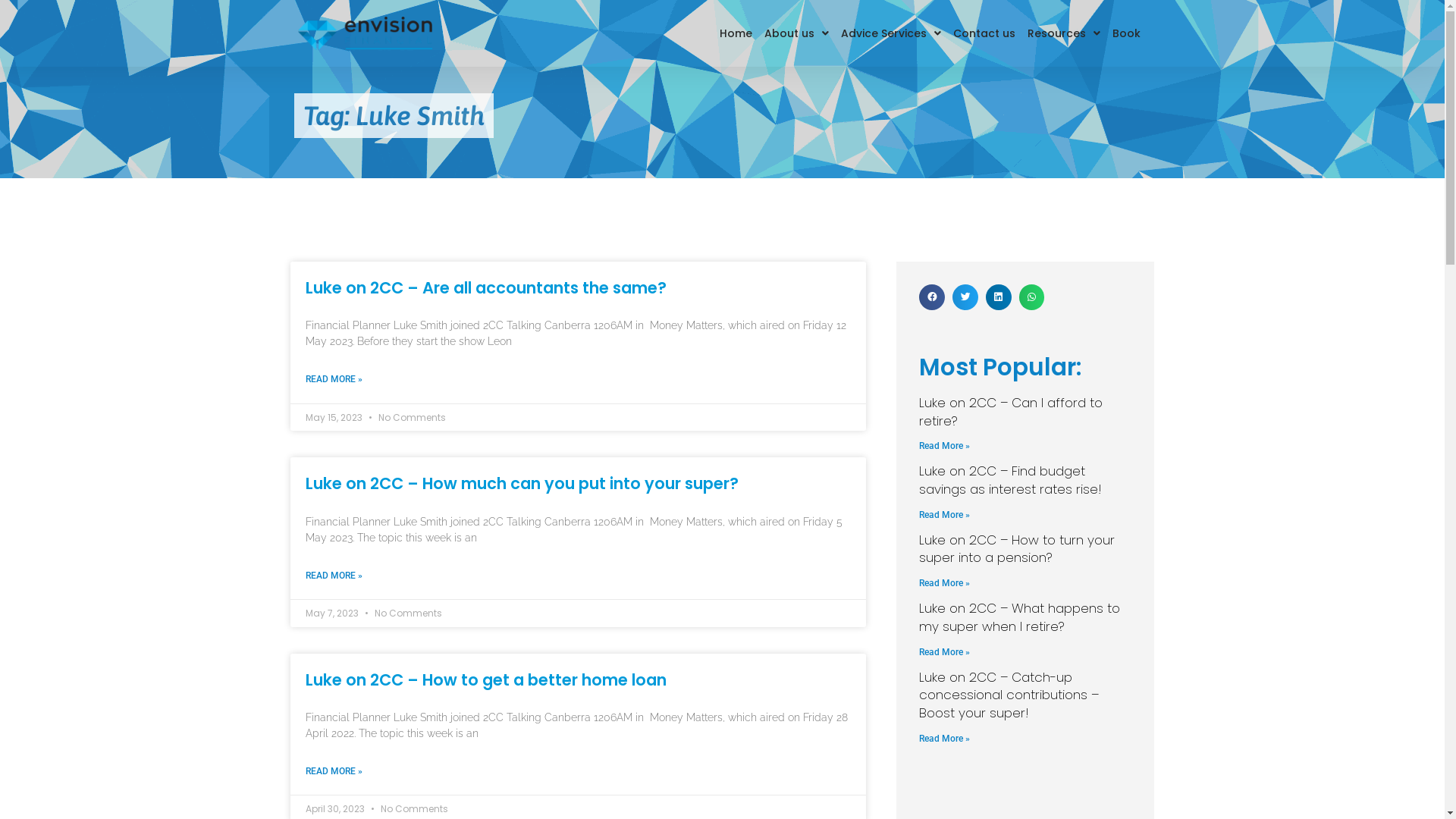  What do you see at coordinates (736, 33) in the screenshot?
I see `'Home'` at bounding box center [736, 33].